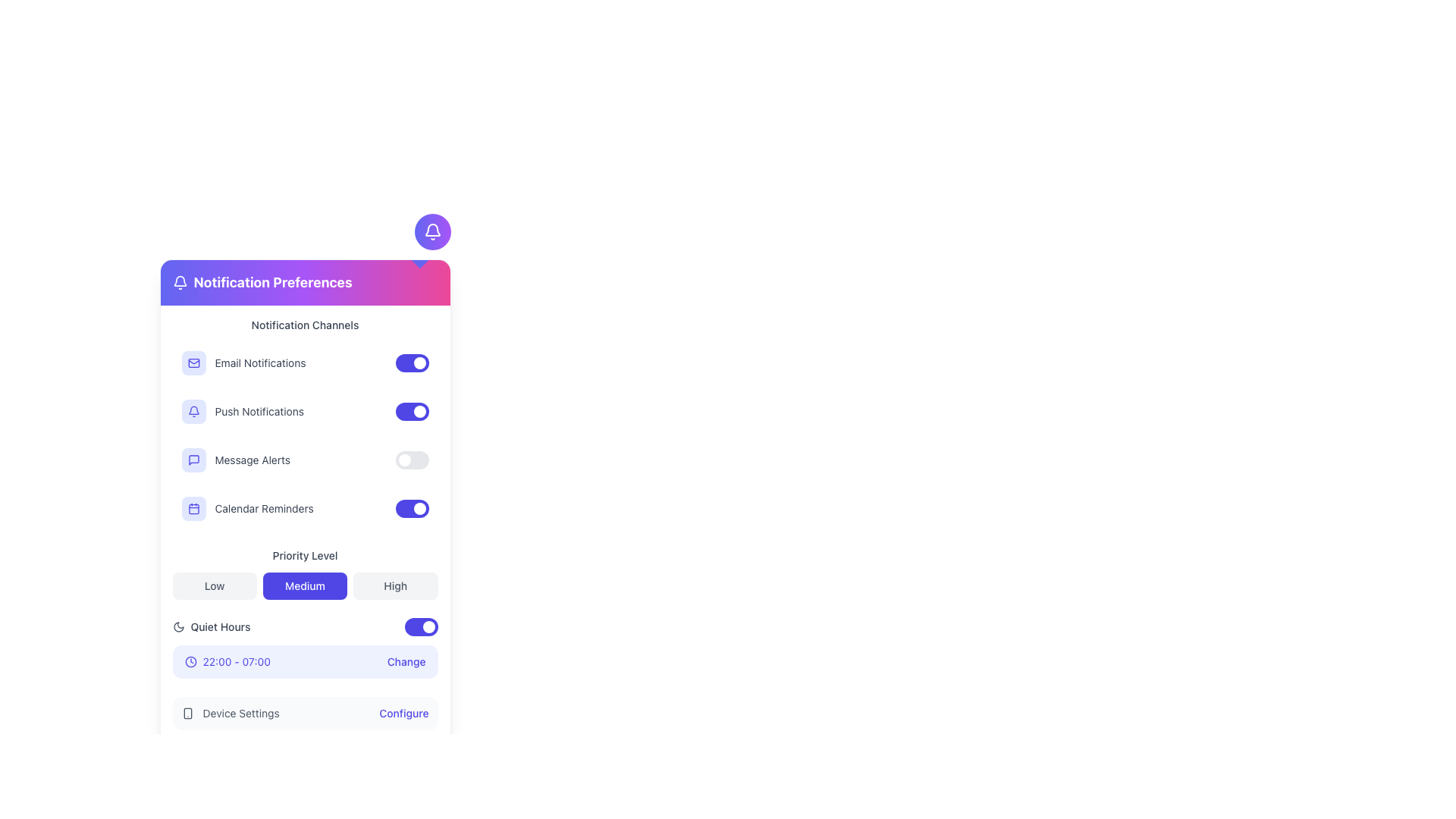  What do you see at coordinates (304, 324) in the screenshot?
I see `the text label 'Notification Channels' which is a medium-sized, gray-colored sans-serif font header located near the top of the 'Notification Preferences' panel` at bounding box center [304, 324].